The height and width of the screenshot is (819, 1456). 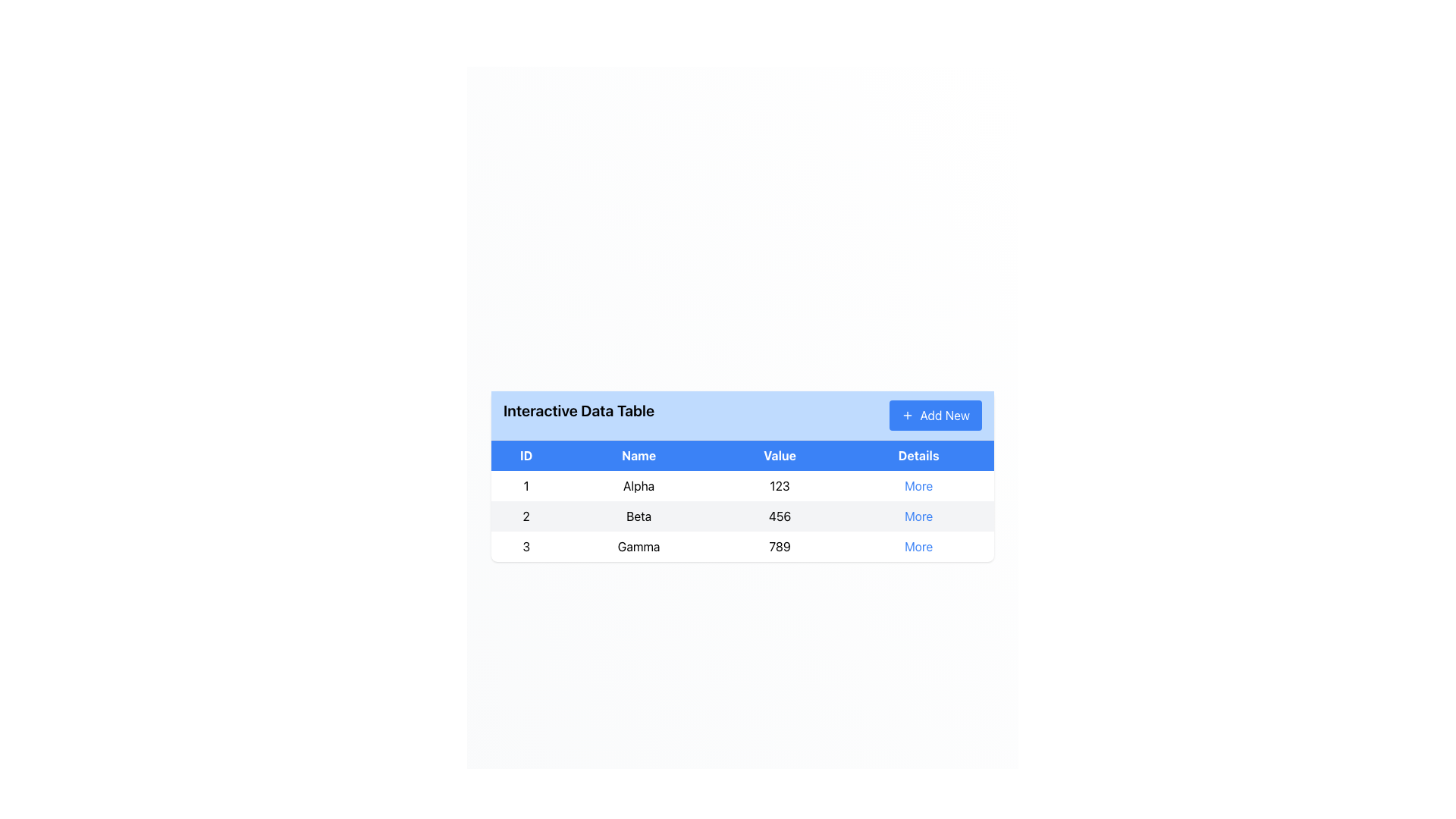 What do you see at coordinates (639, 485) in the screenshot?
I see `the Text Label element that displays the name or identifier, located in the second position of its row within the data table, between the cell with value '1' and the cell with value '123'` at bounding box center [639, 485].